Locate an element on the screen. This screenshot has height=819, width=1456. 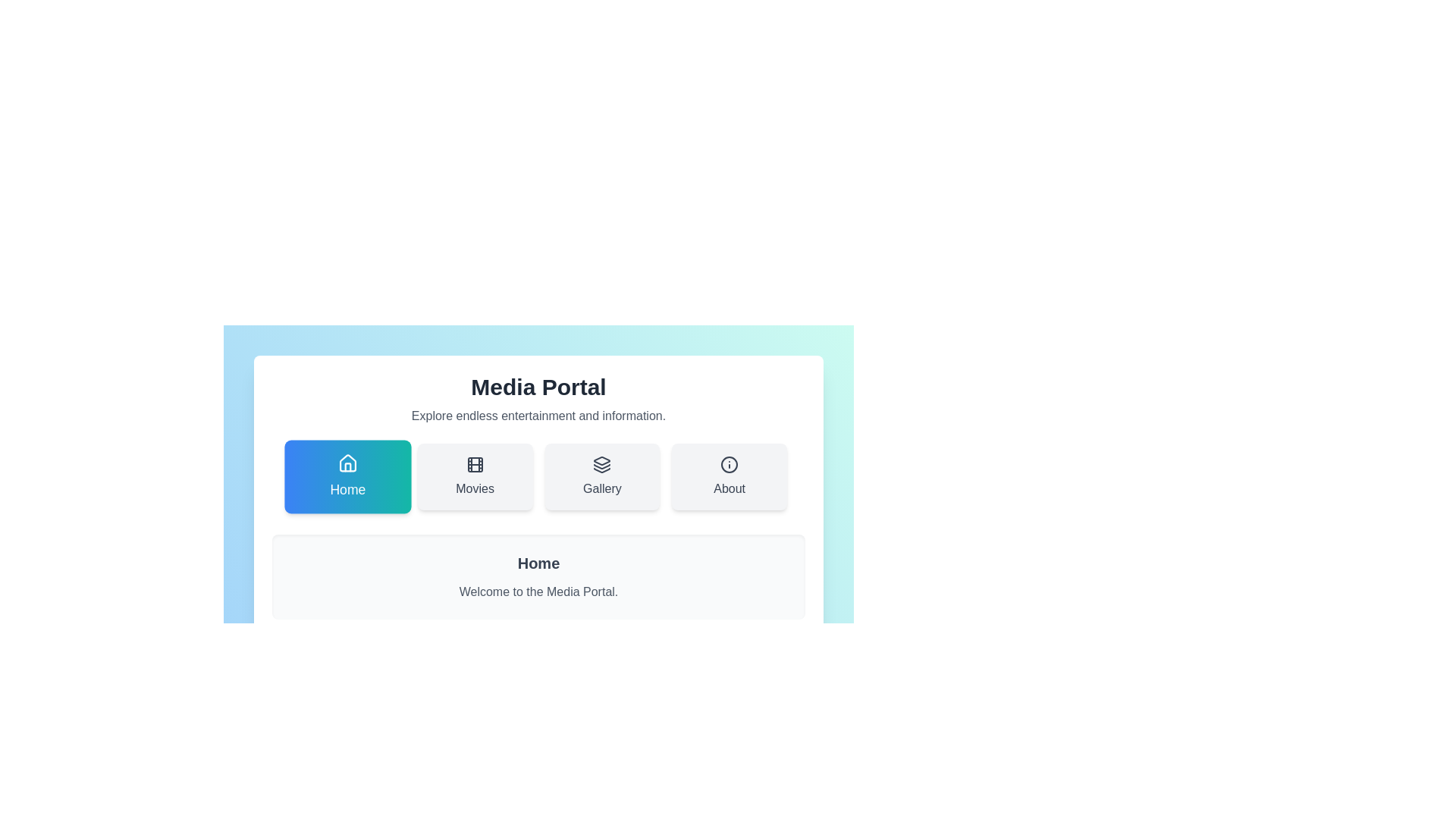
text from the Heading element, which serves as the title of the page or section and is centrally aligned at the top of the main content area is located at coordinates (538, 386).